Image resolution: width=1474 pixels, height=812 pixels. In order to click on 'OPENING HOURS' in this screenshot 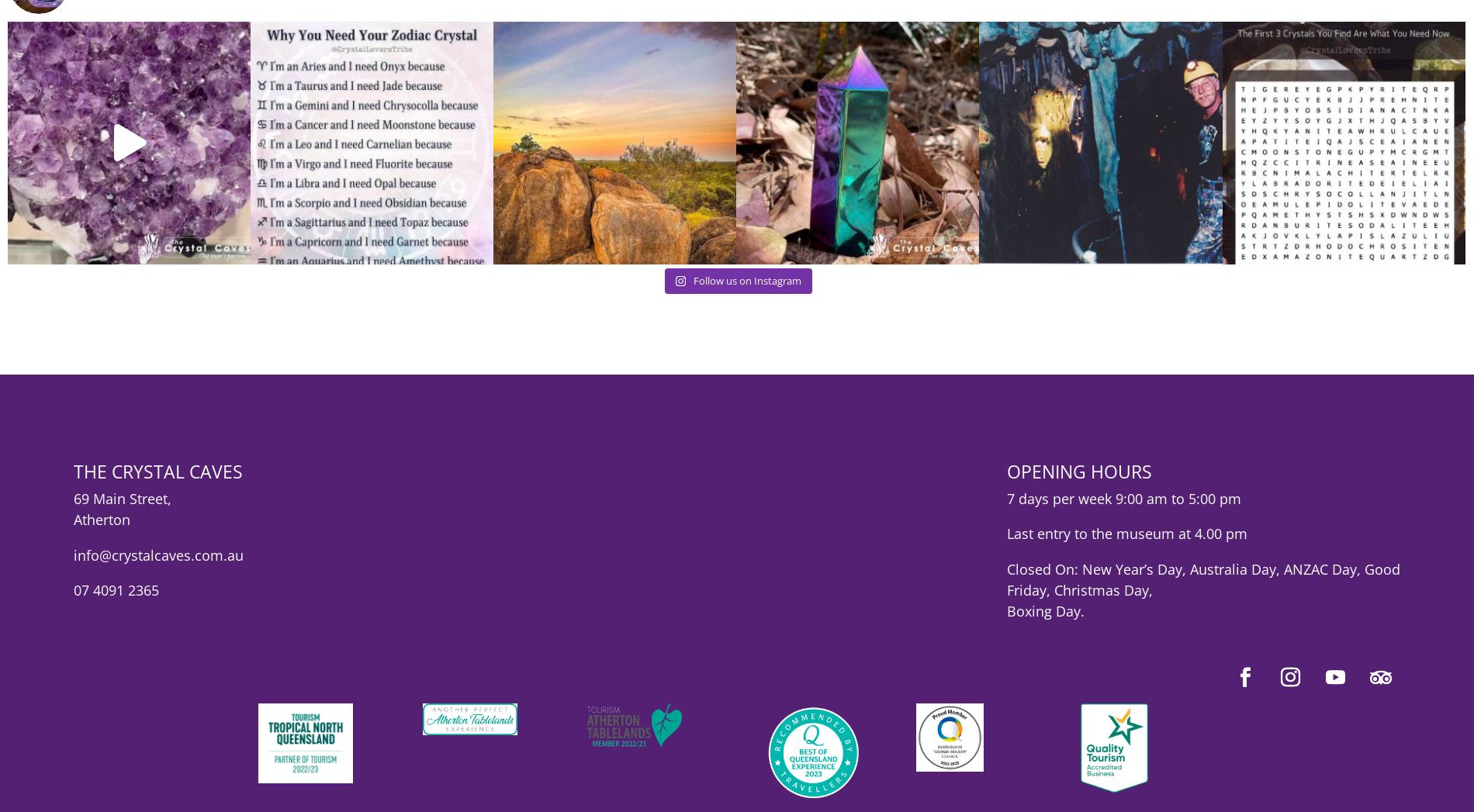, I will do `click(1078, 482)`.